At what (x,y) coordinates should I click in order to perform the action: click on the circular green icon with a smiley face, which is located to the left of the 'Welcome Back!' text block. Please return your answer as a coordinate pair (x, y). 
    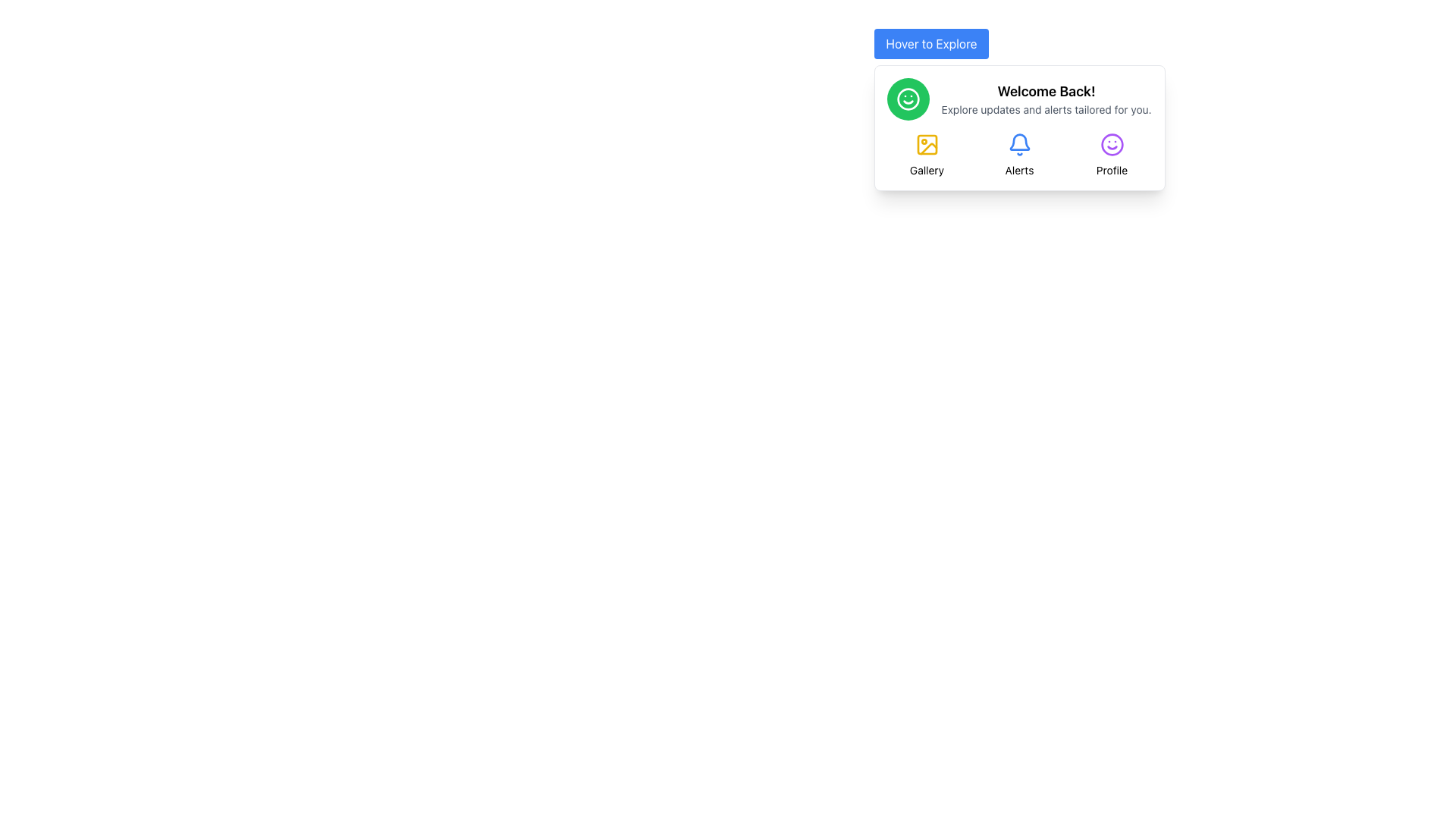
    Looking at the image, I should click on (908, 99).